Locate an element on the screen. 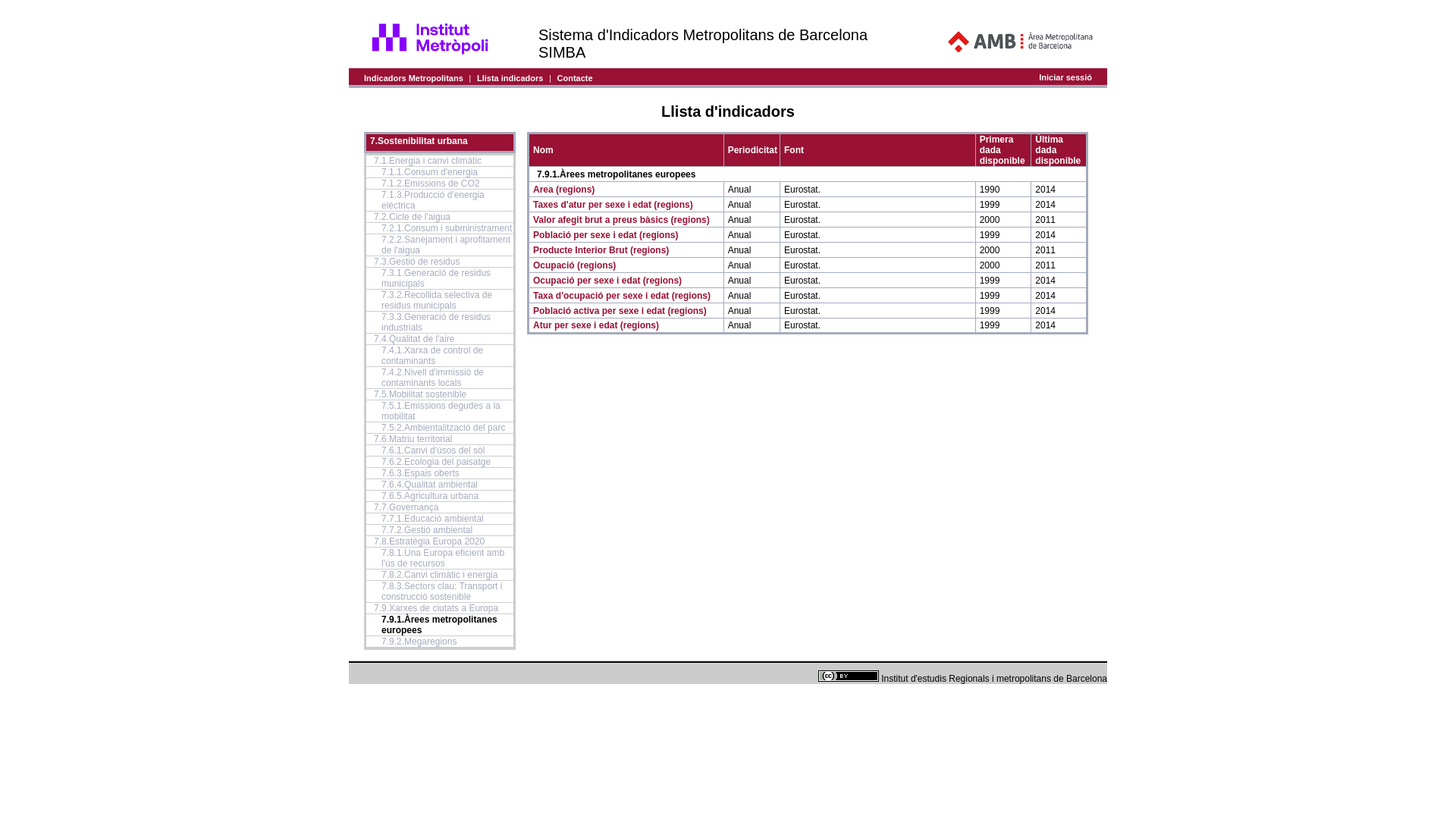  'Area (regions)' is located at coordinates (532, 188).